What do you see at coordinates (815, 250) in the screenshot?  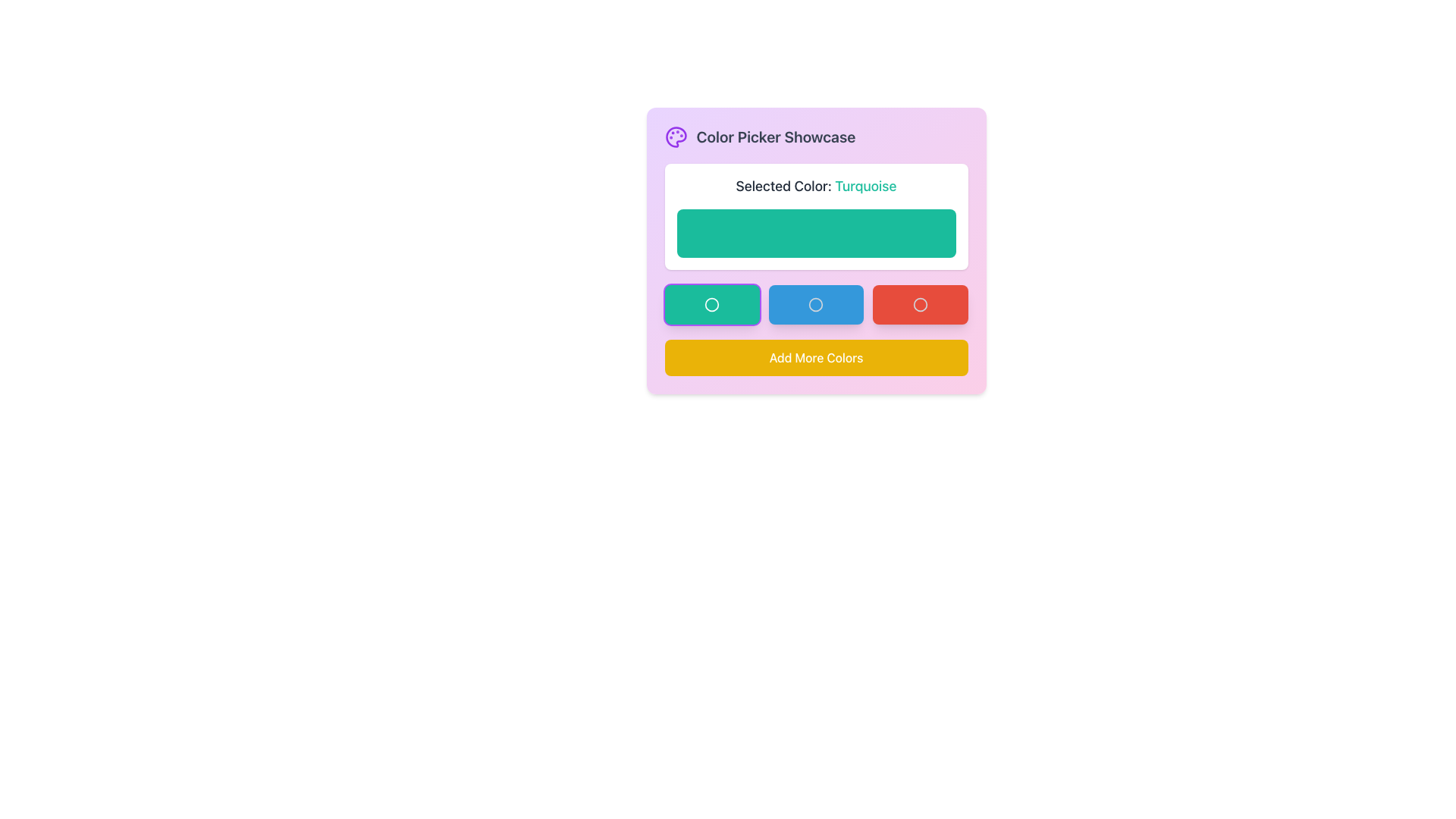 I see `the text or interactive subelements within the color display section of the color selection interface located beneath the 'Color Picker Showcase' header` at bounding box center [815, 250].